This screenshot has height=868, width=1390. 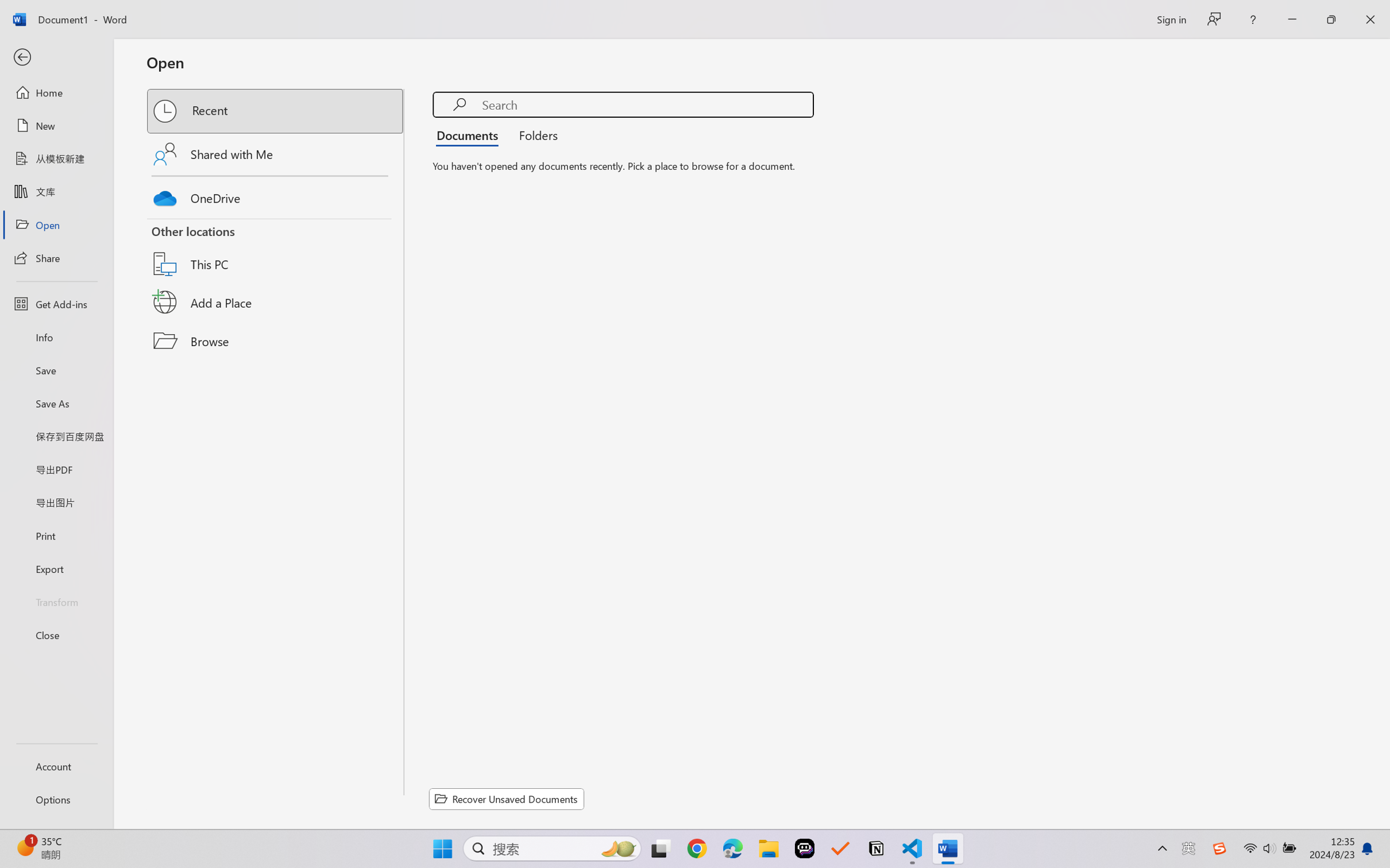 I want to click on 'Browse', so click(x=276, y=340).